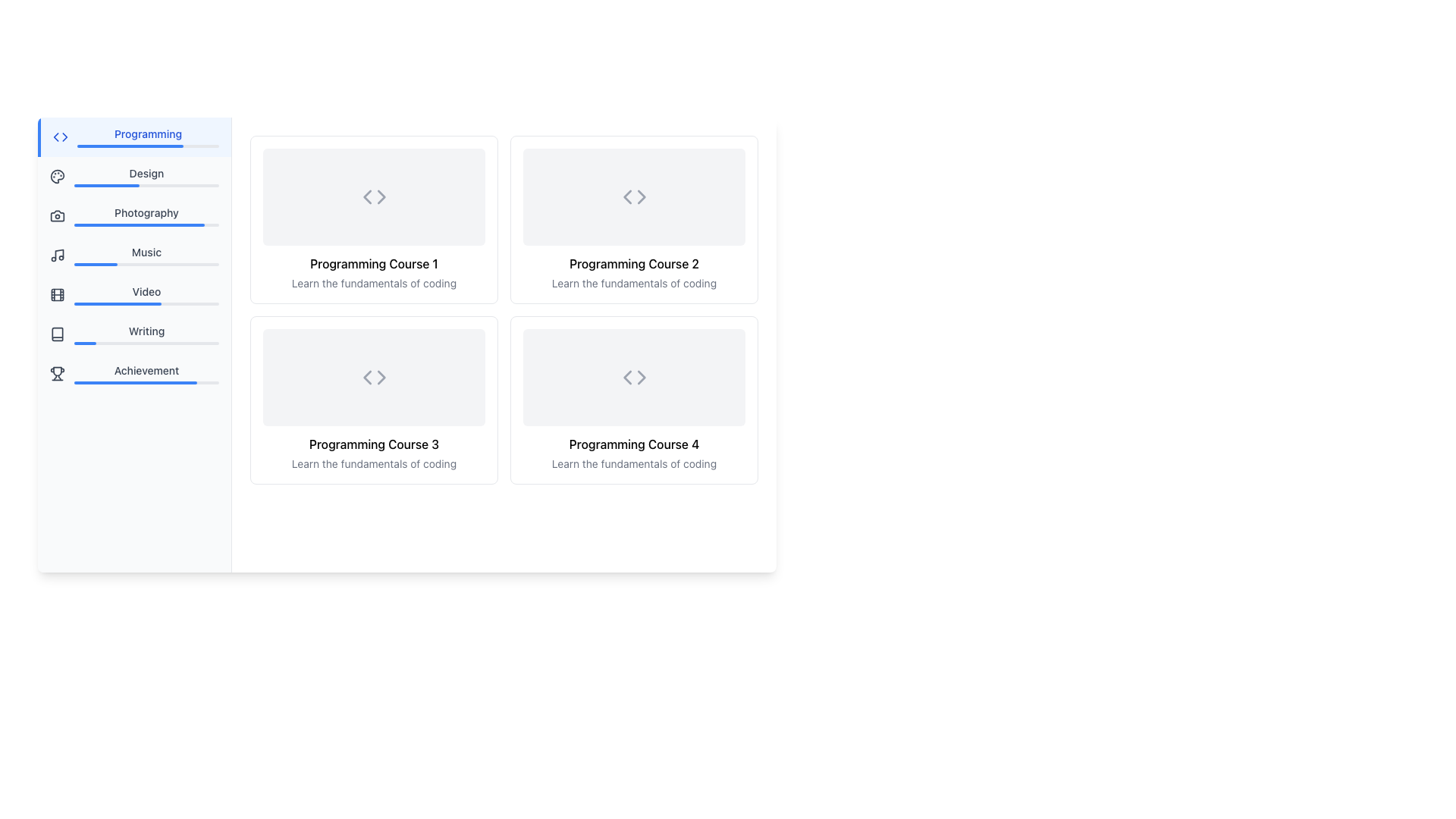  Describe the element at coordinates (634, 444) in the screenshot. I see `the text label displaying 'Programming Course 4' located in the bottom right quadrant of the grid layout` at that location.